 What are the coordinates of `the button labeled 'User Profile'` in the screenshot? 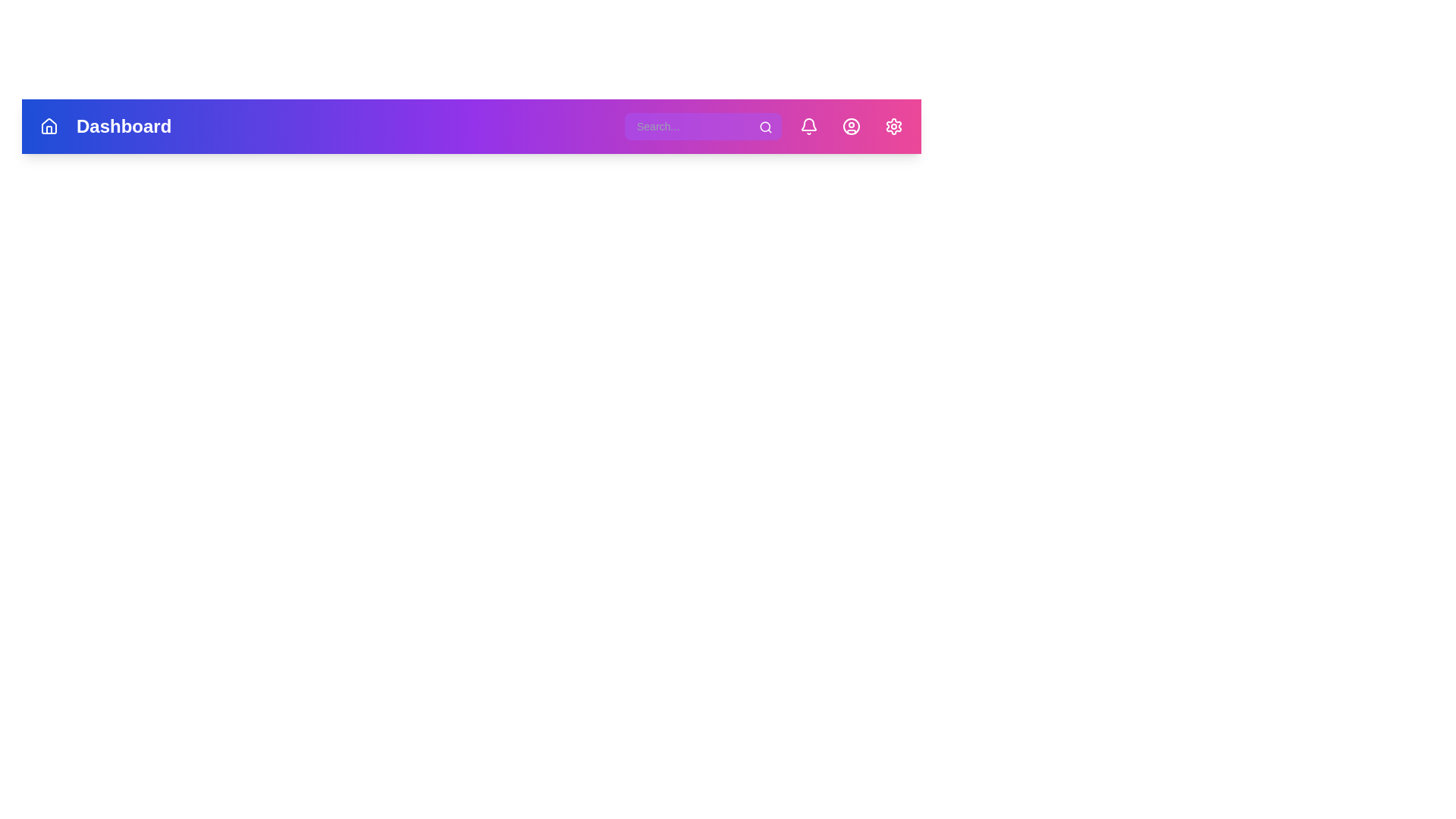 It's located at (852, 125).